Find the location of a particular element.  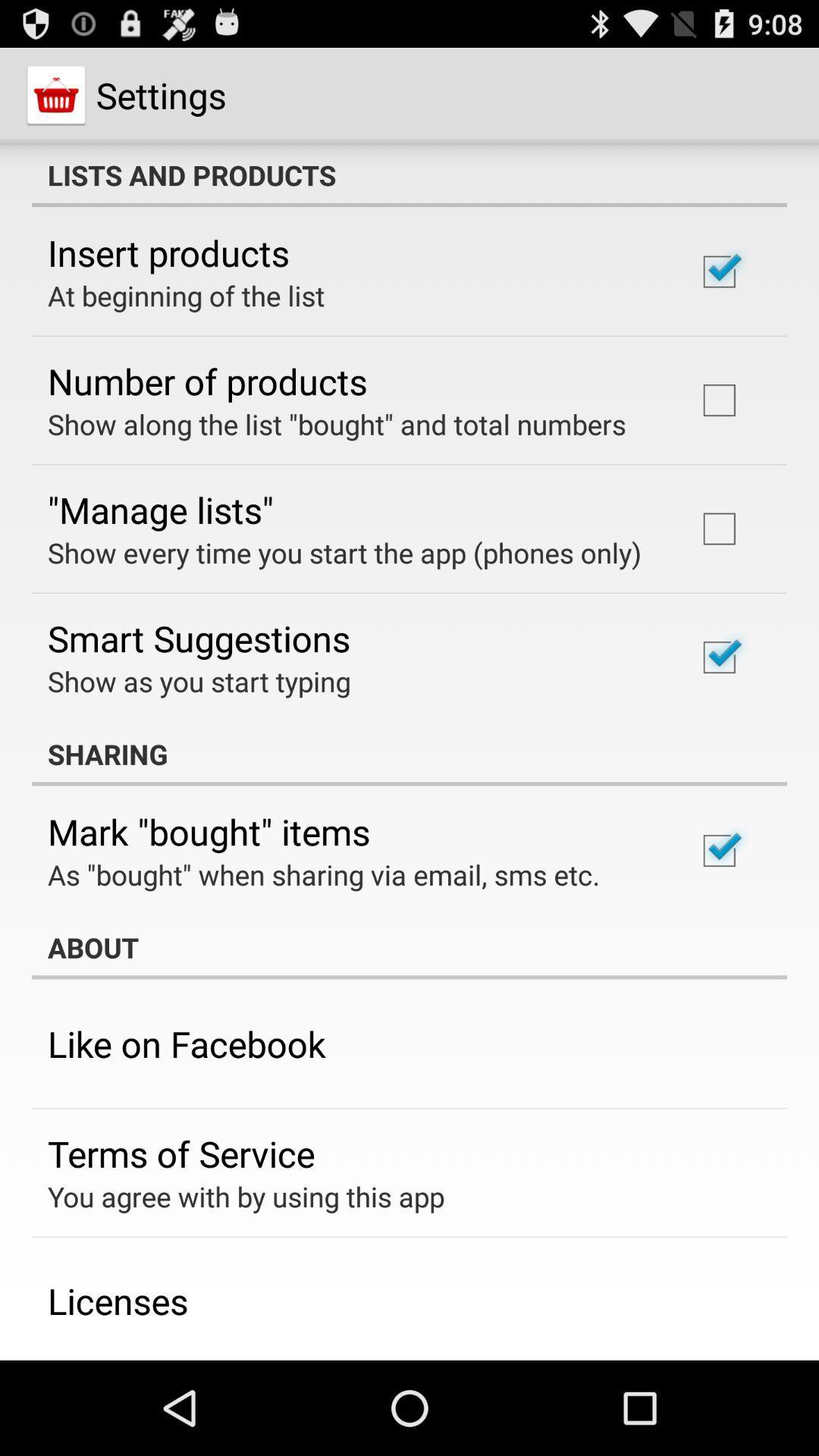

the like on facebook is located at coordinates (186, 1043).